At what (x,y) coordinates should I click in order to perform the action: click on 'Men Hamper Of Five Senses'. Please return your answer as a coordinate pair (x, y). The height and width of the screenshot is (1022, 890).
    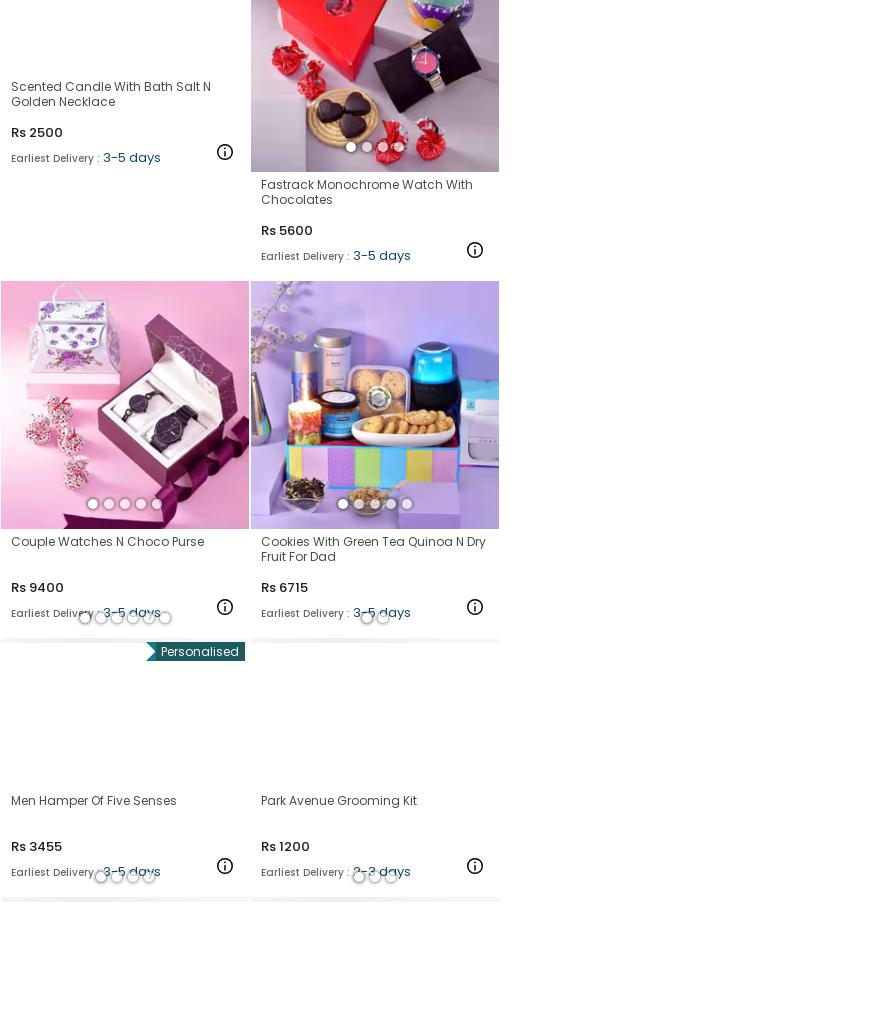
    Looking at the image, I should click on (92, 799).